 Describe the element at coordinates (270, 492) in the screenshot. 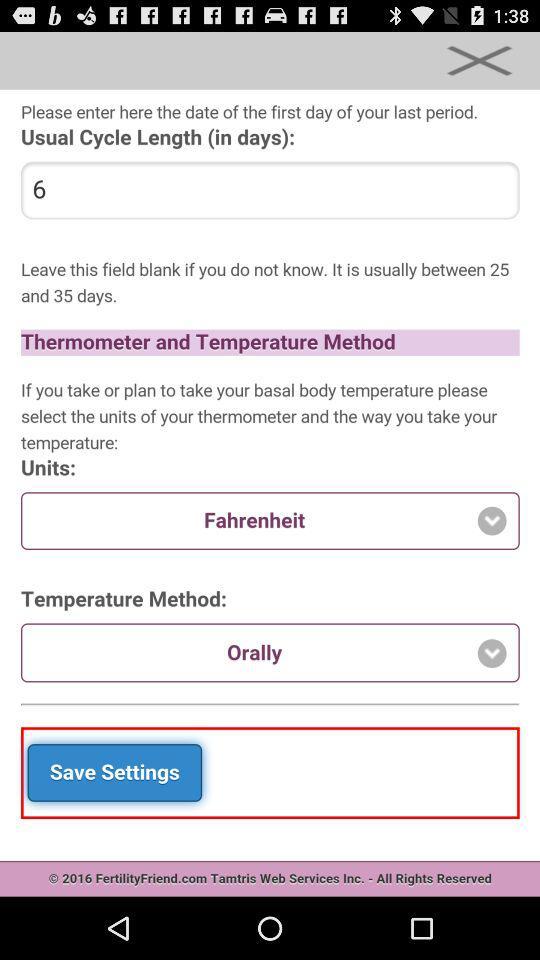

I see `fertility app content` at that location.